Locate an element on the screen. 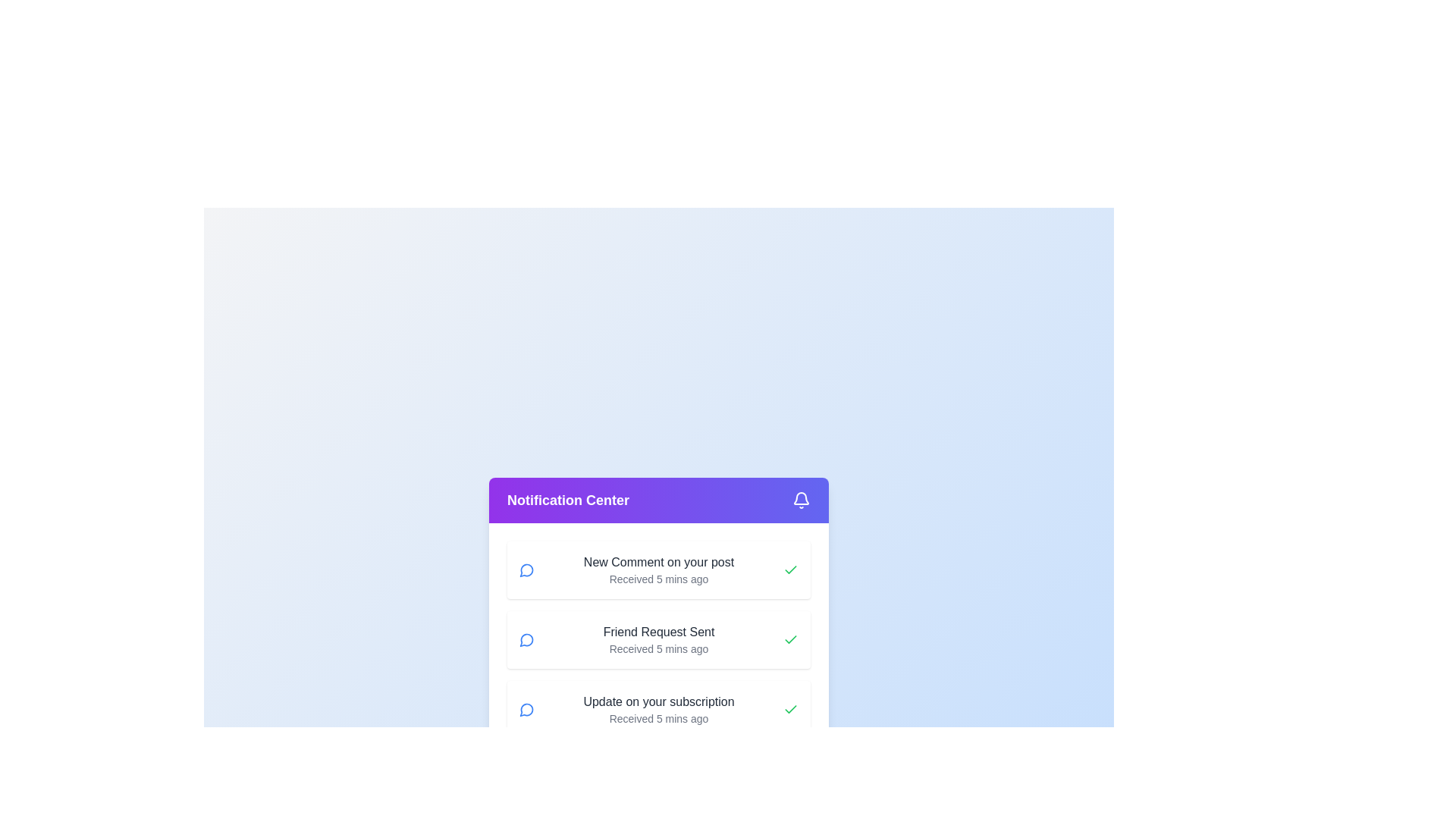 This screenshot has width=1456, height=819. the third notification card in the Notification Center is located at coordinates (658, 710).